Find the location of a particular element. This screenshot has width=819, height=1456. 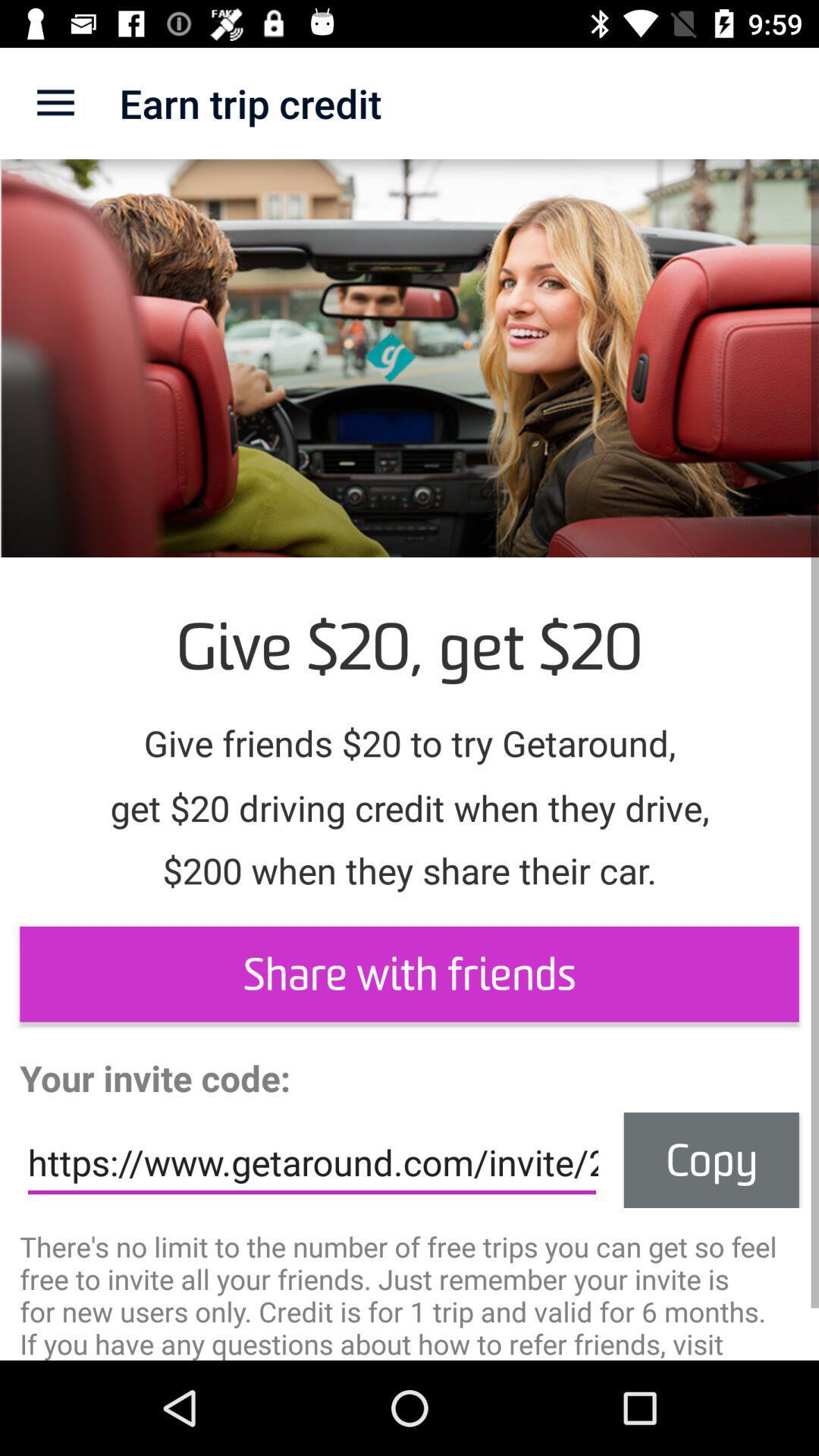

the item to the left of the copy is located at coordinates (311, 1162).